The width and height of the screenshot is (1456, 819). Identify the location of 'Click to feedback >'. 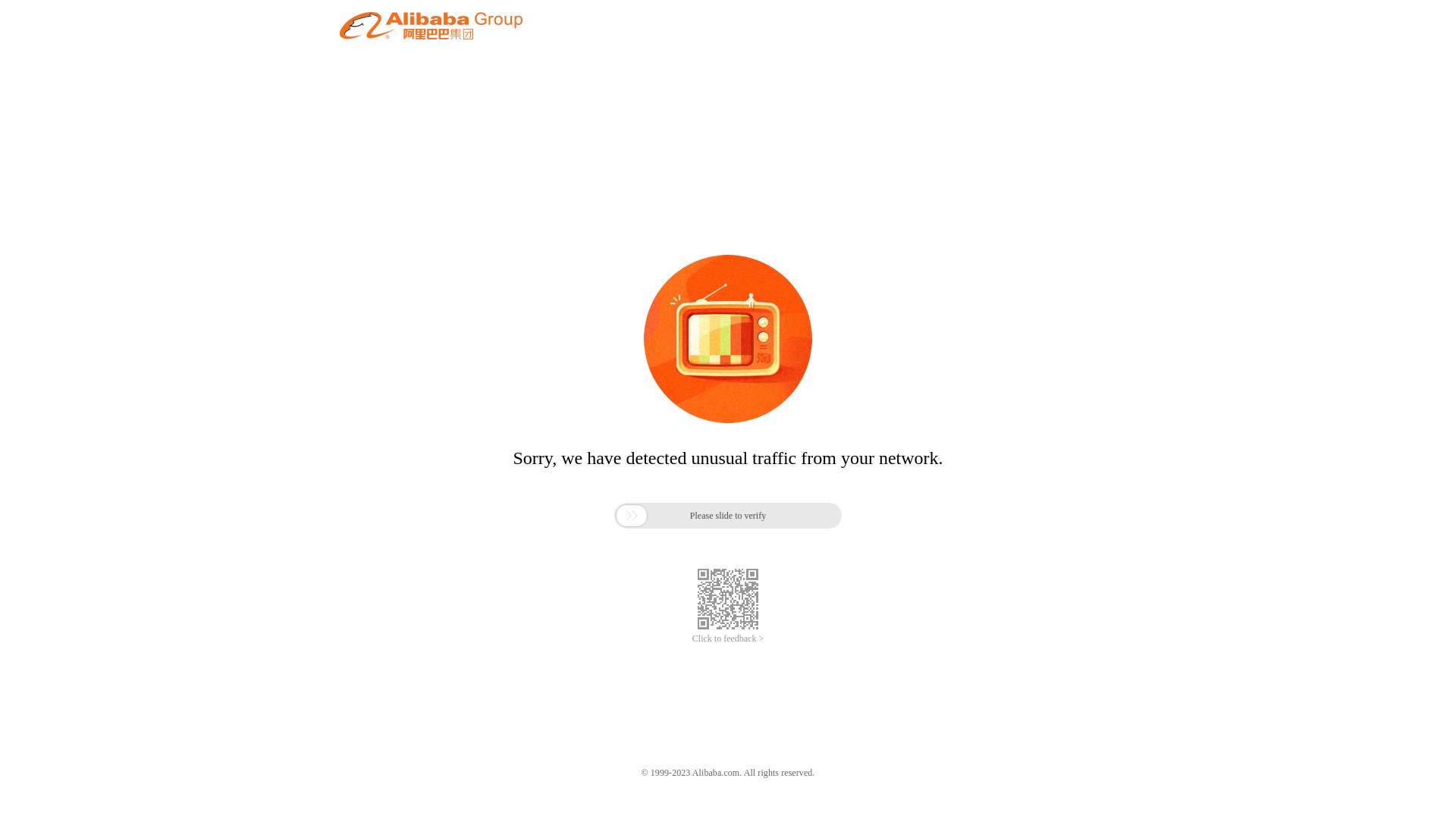
(691, 639).